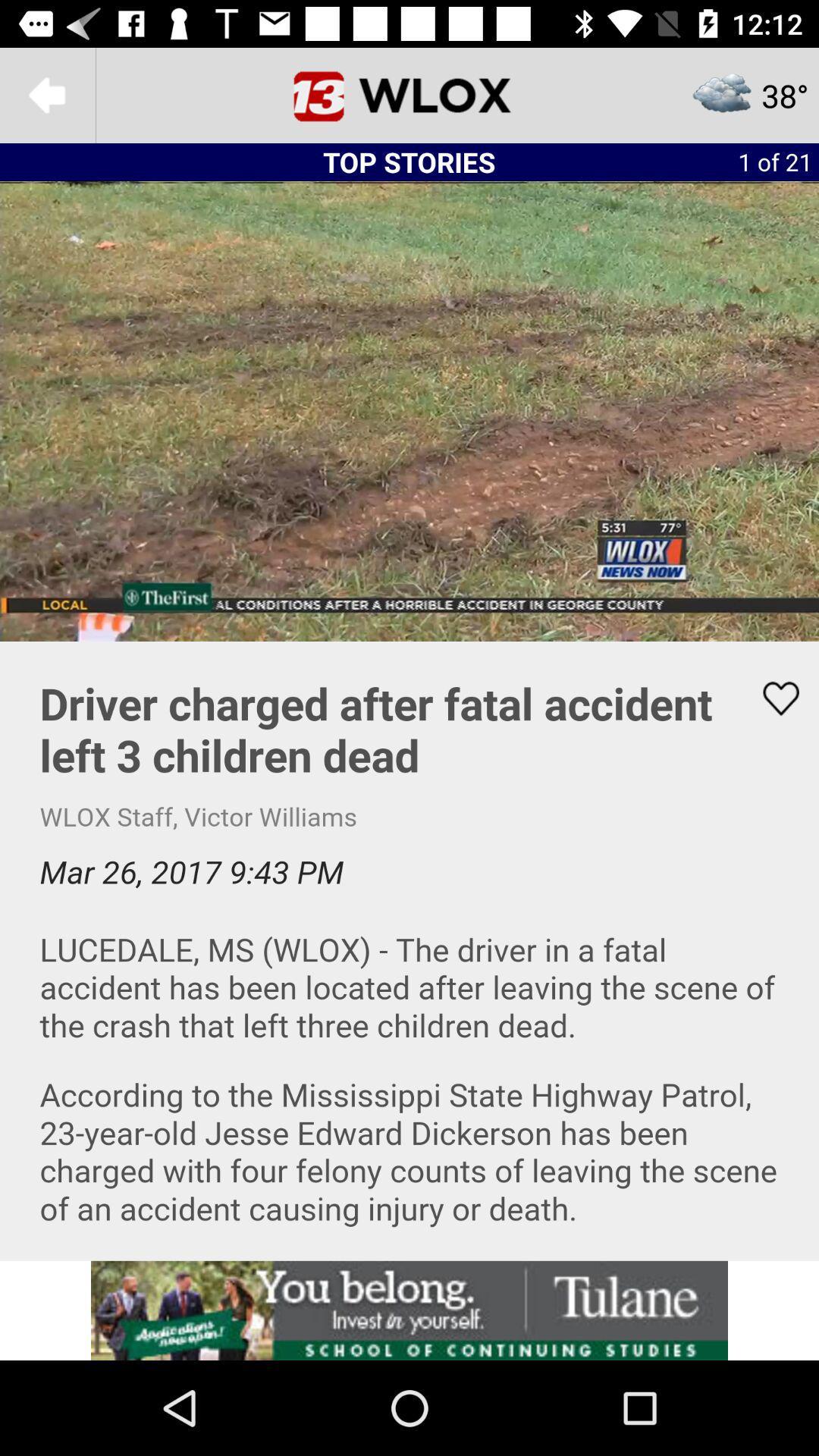 The height and width of the screenshot is (1456, 819). I want to click on the arrow_backward icon, so click(46, 94).